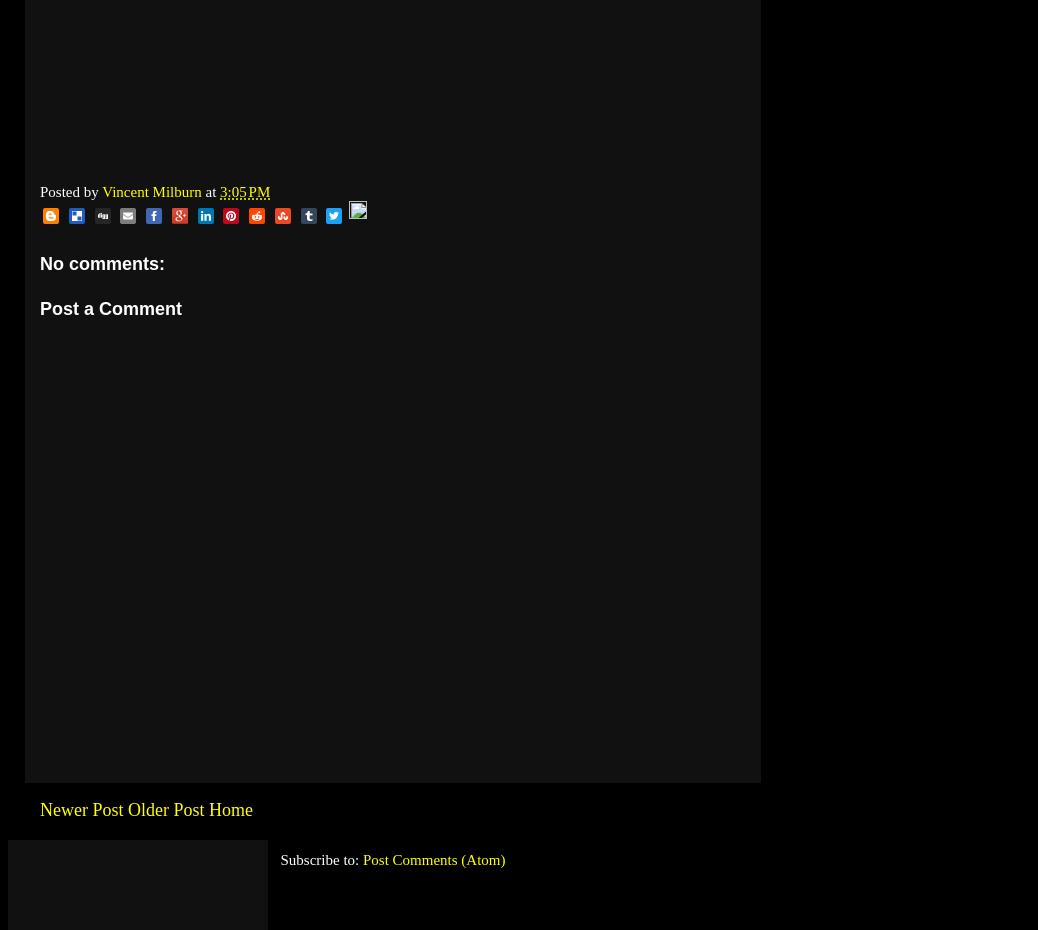 Image resolution: width=1038 pixels, height=930 pixels. I want to click on 'Older Post', so click(164, 809).